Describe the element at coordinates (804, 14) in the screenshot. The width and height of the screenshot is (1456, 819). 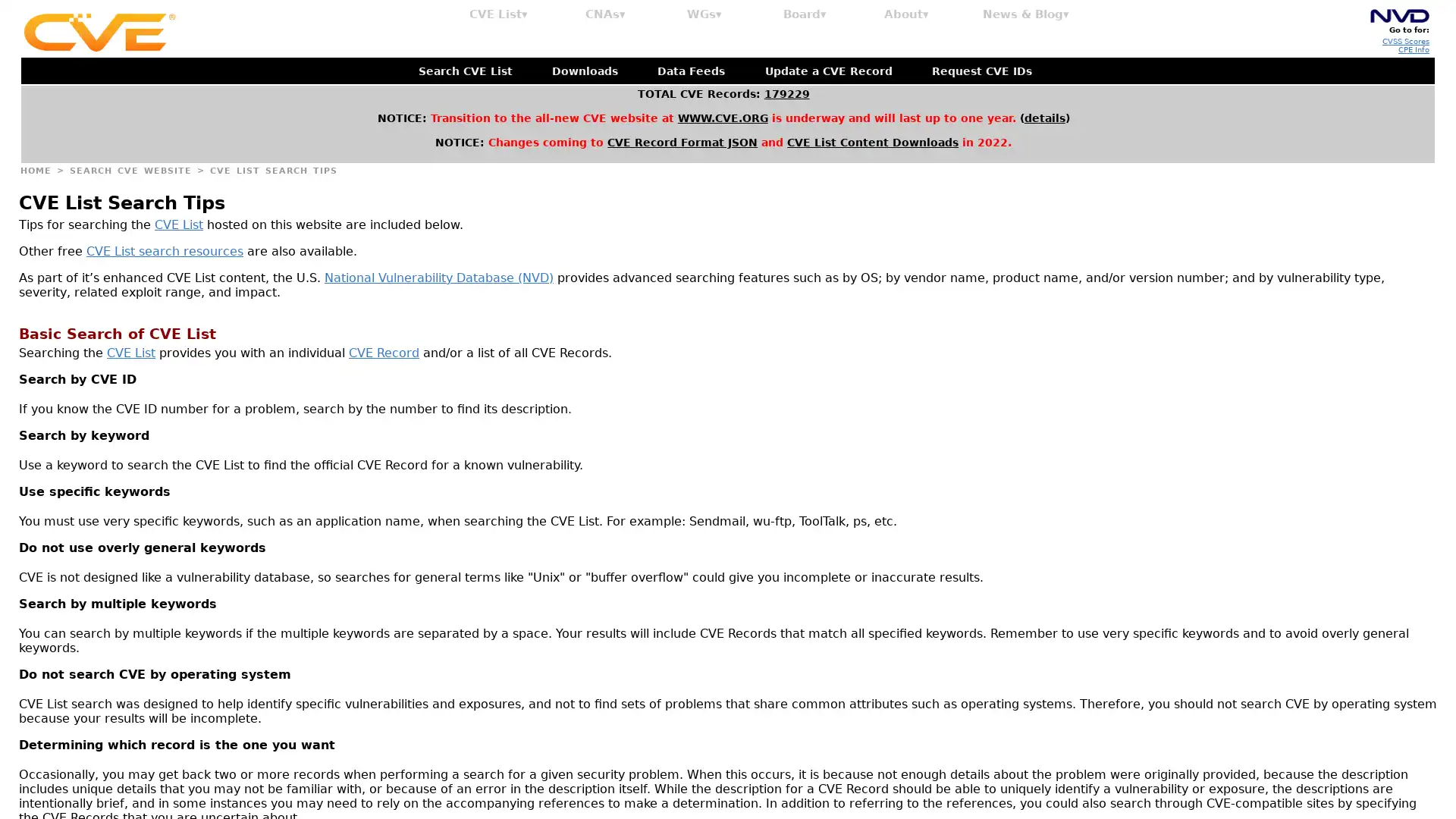
I see `Board` at that location.